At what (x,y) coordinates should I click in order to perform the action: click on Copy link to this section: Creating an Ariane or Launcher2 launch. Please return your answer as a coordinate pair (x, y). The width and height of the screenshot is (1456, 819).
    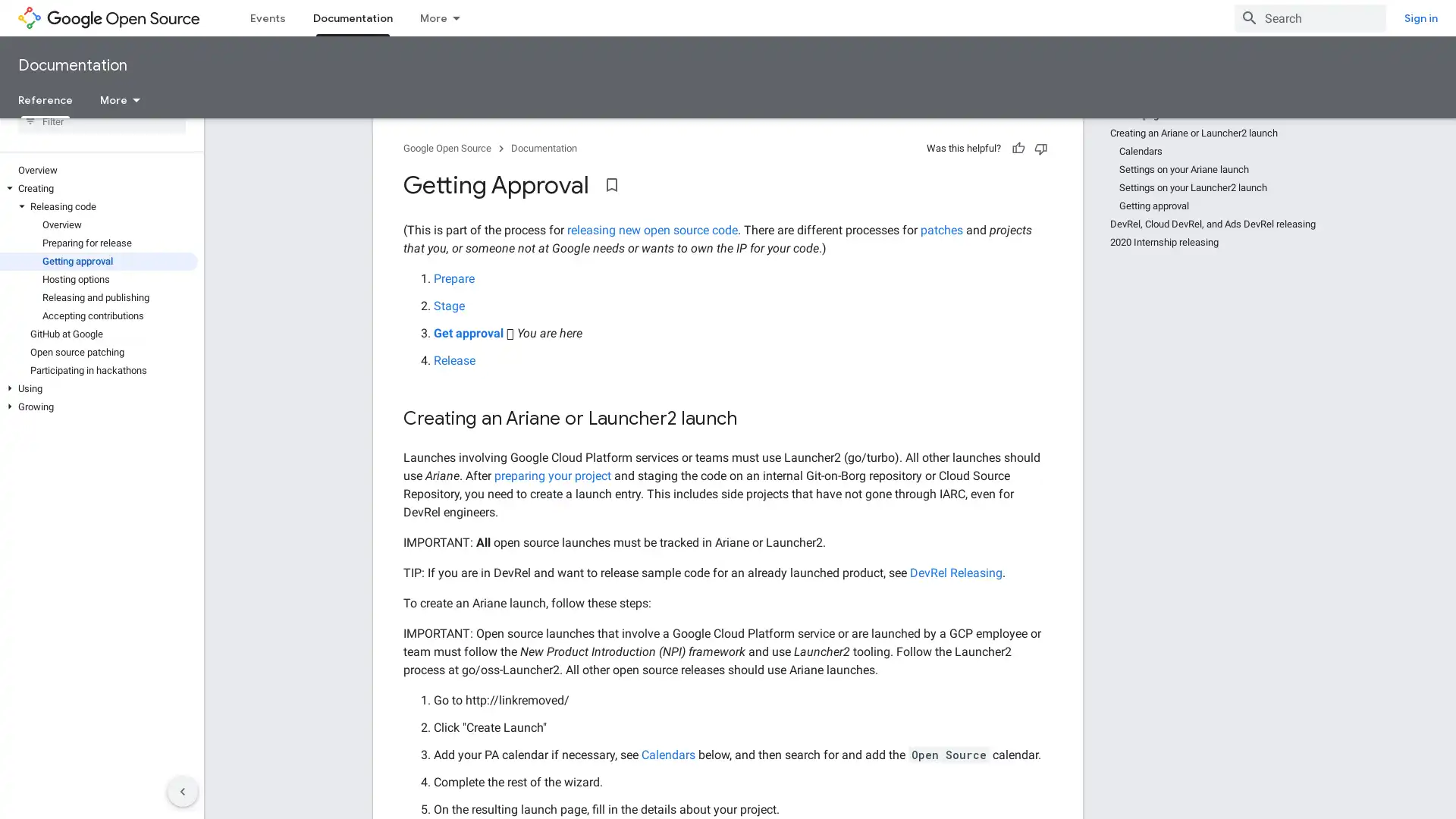
    Looking at the image, I should click on (752, 446).